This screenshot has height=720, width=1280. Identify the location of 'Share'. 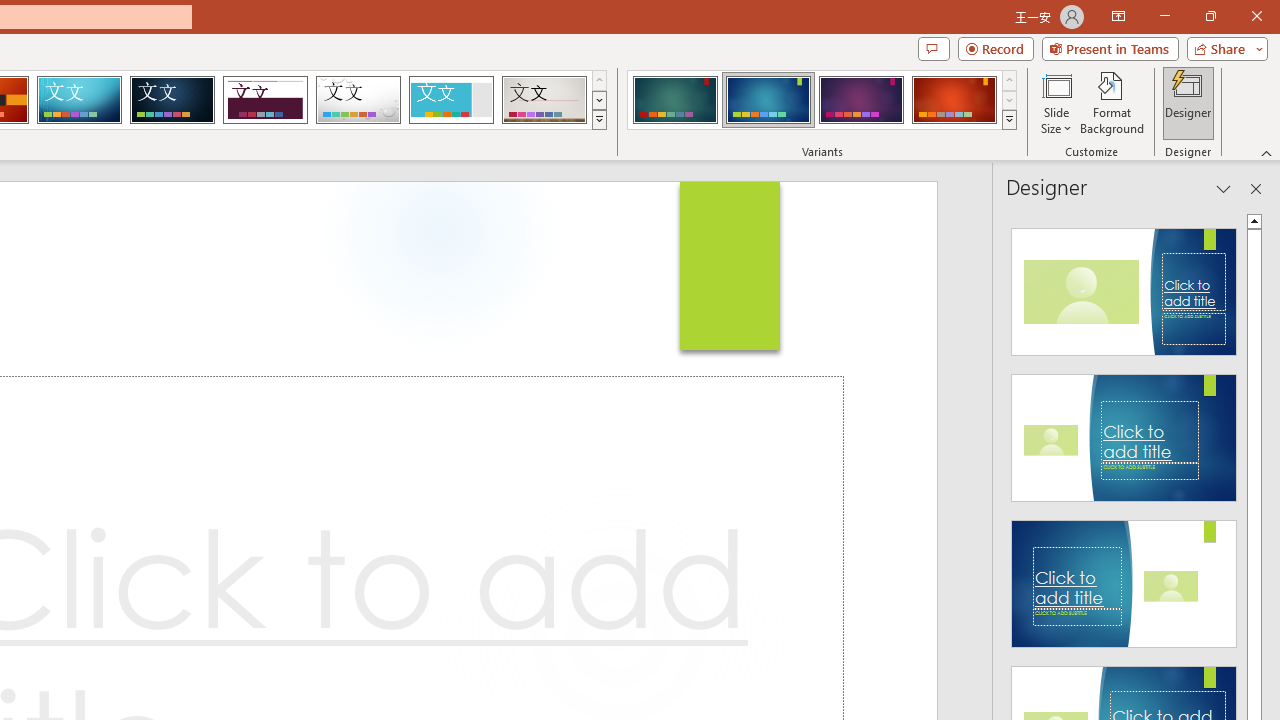
(1222, 47).